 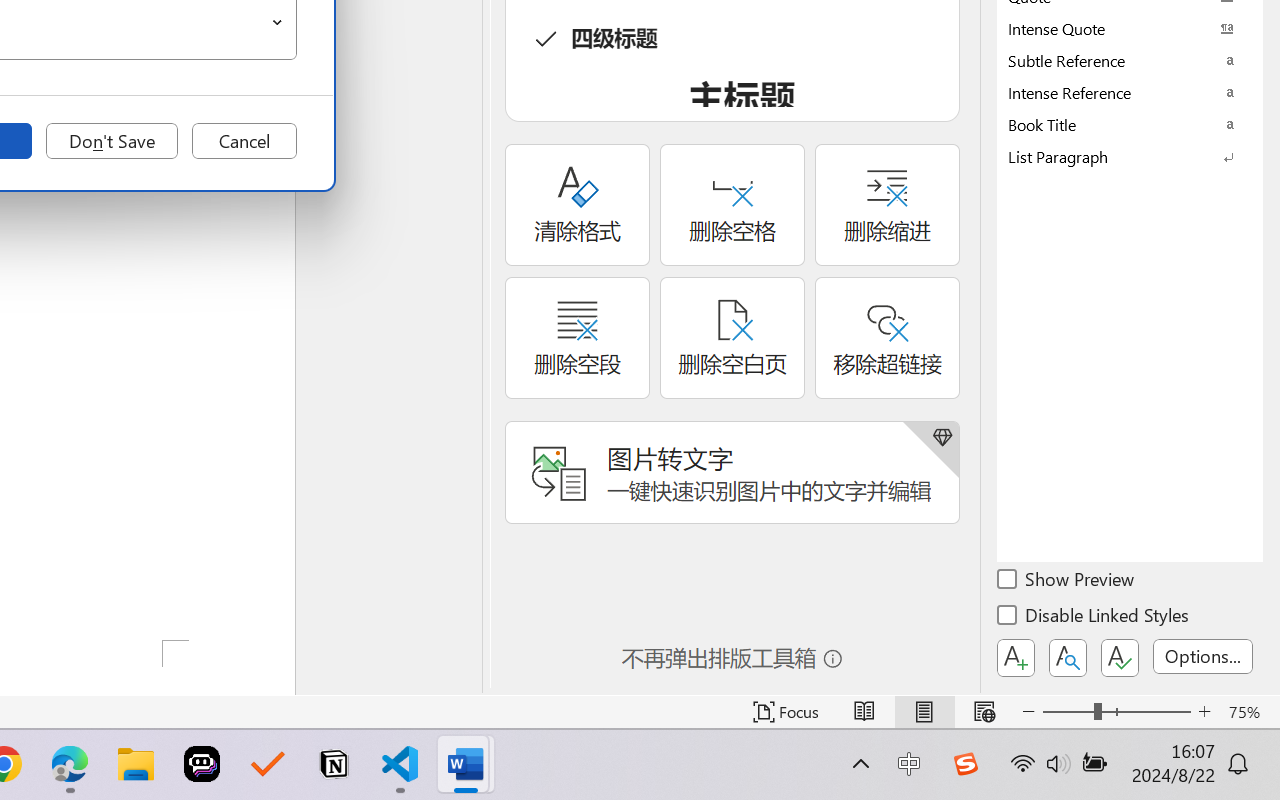 What do you see at coordinates (785, 711) in the screenshot?
I see `'Focus '` at bounding box center [785, 711].